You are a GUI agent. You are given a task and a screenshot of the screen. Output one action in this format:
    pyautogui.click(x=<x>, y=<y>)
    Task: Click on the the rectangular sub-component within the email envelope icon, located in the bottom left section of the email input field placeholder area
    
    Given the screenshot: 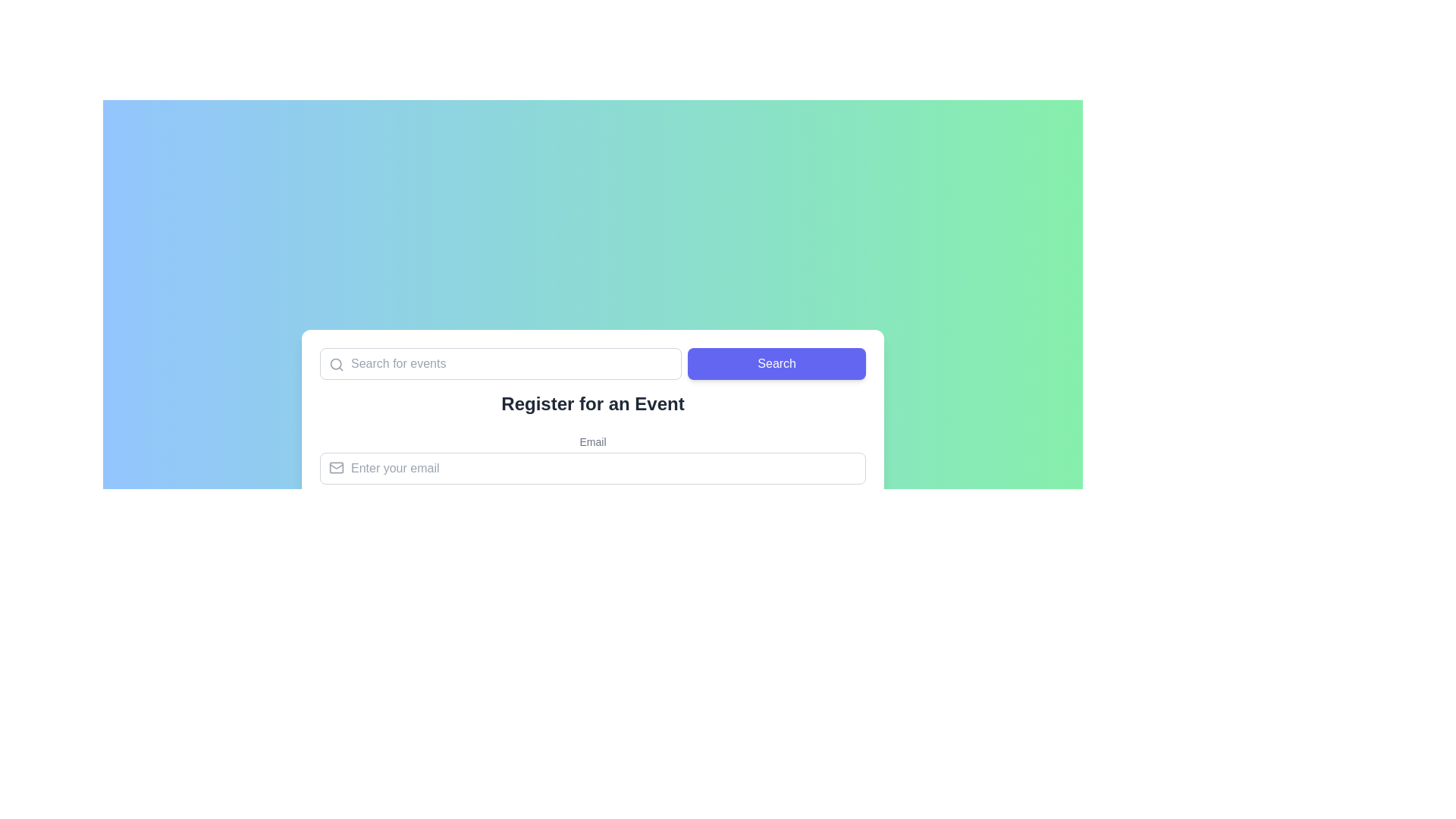 What is the action you would take?
    pyautogui.click(x=336, y=467)
    